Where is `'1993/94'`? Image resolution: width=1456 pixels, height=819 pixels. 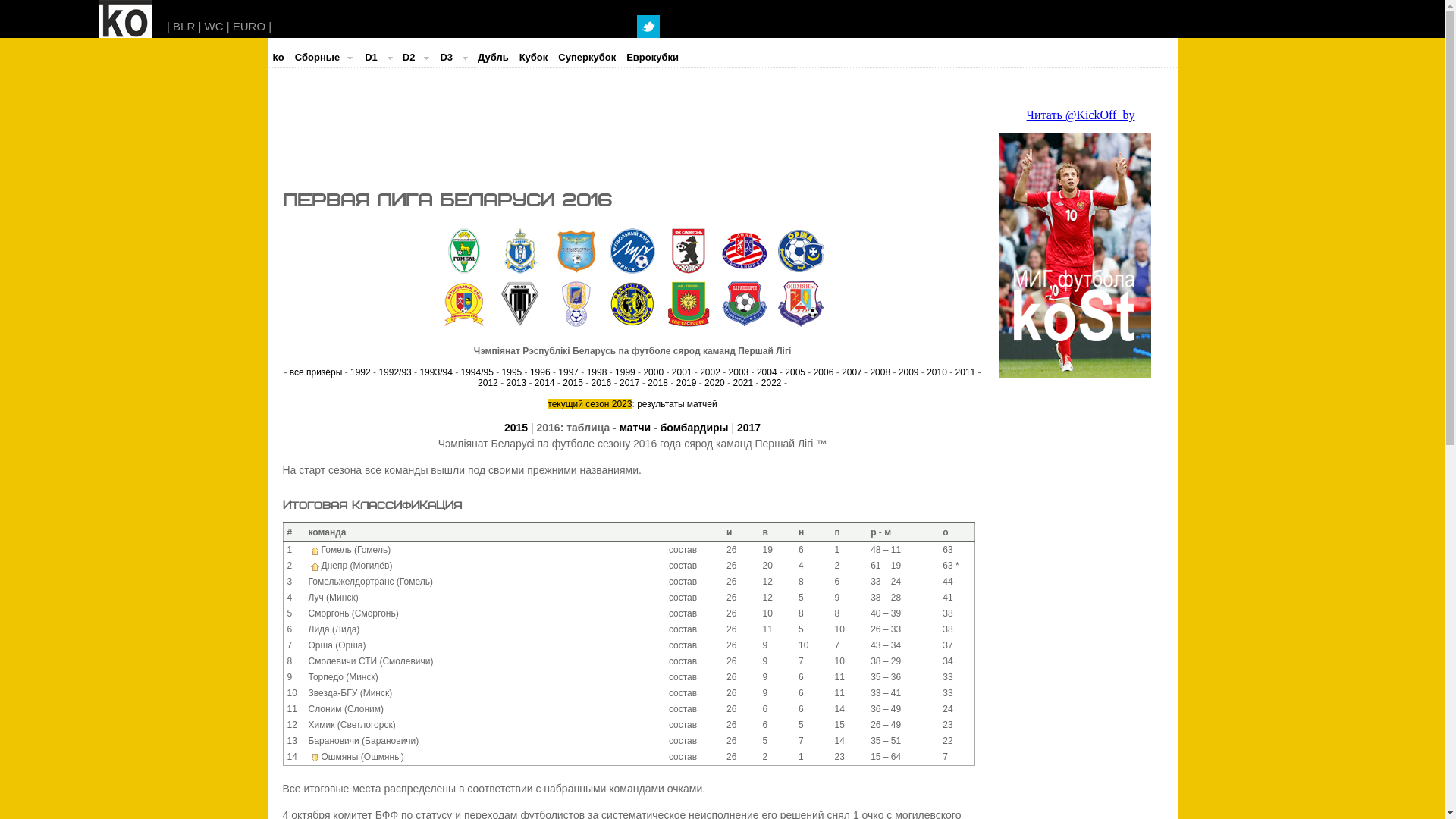
'1993/94' is located at coordinates (435, 372).